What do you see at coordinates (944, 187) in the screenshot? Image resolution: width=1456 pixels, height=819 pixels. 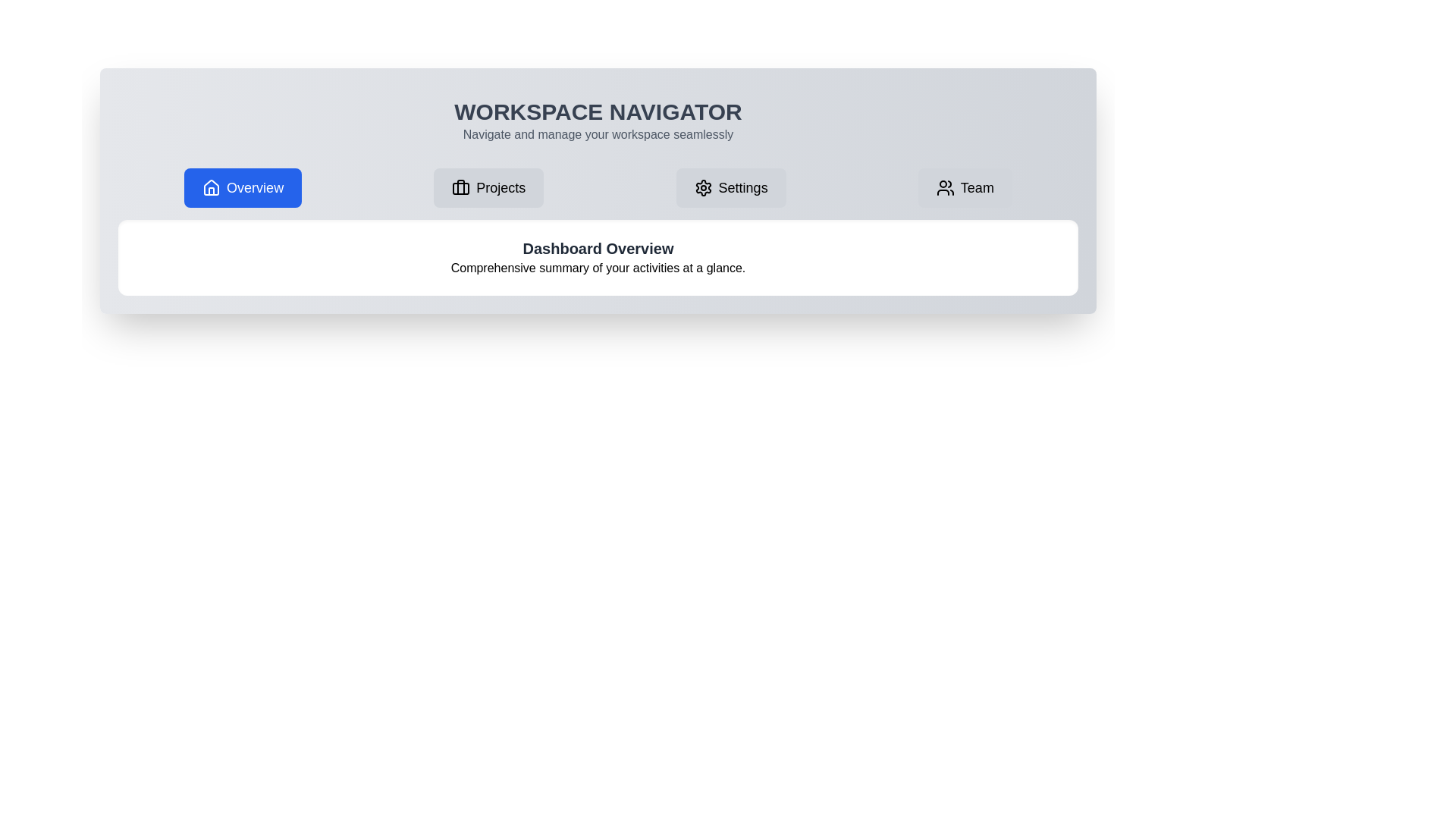 I see `the leftmost graphical icon inside the 'Team' navigation button located in the top-right corner of the interface's top navigation bar` at bounding box center [944, 187].